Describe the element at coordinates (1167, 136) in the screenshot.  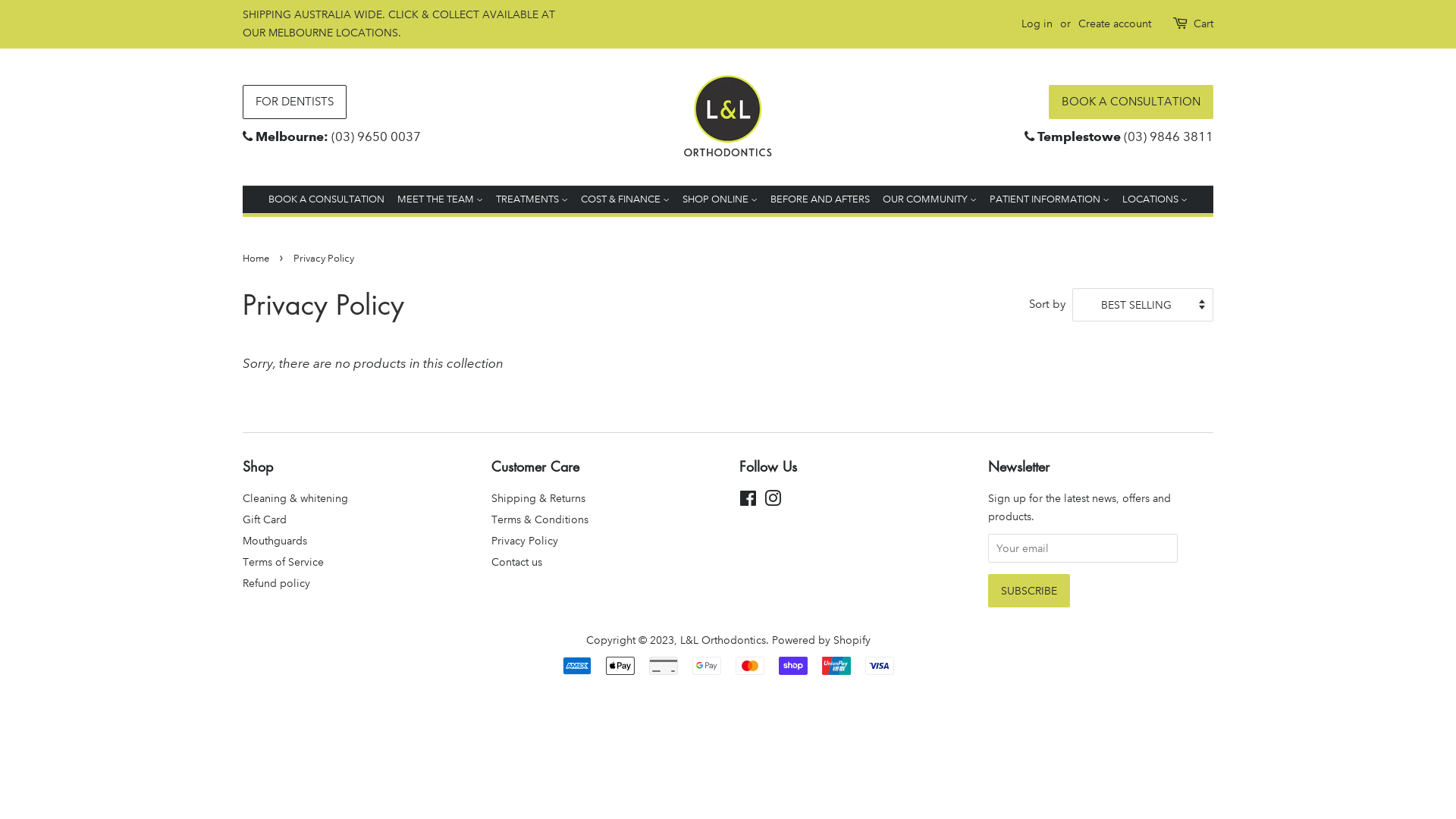
I see `'(03) 9846 3811'` at that location.